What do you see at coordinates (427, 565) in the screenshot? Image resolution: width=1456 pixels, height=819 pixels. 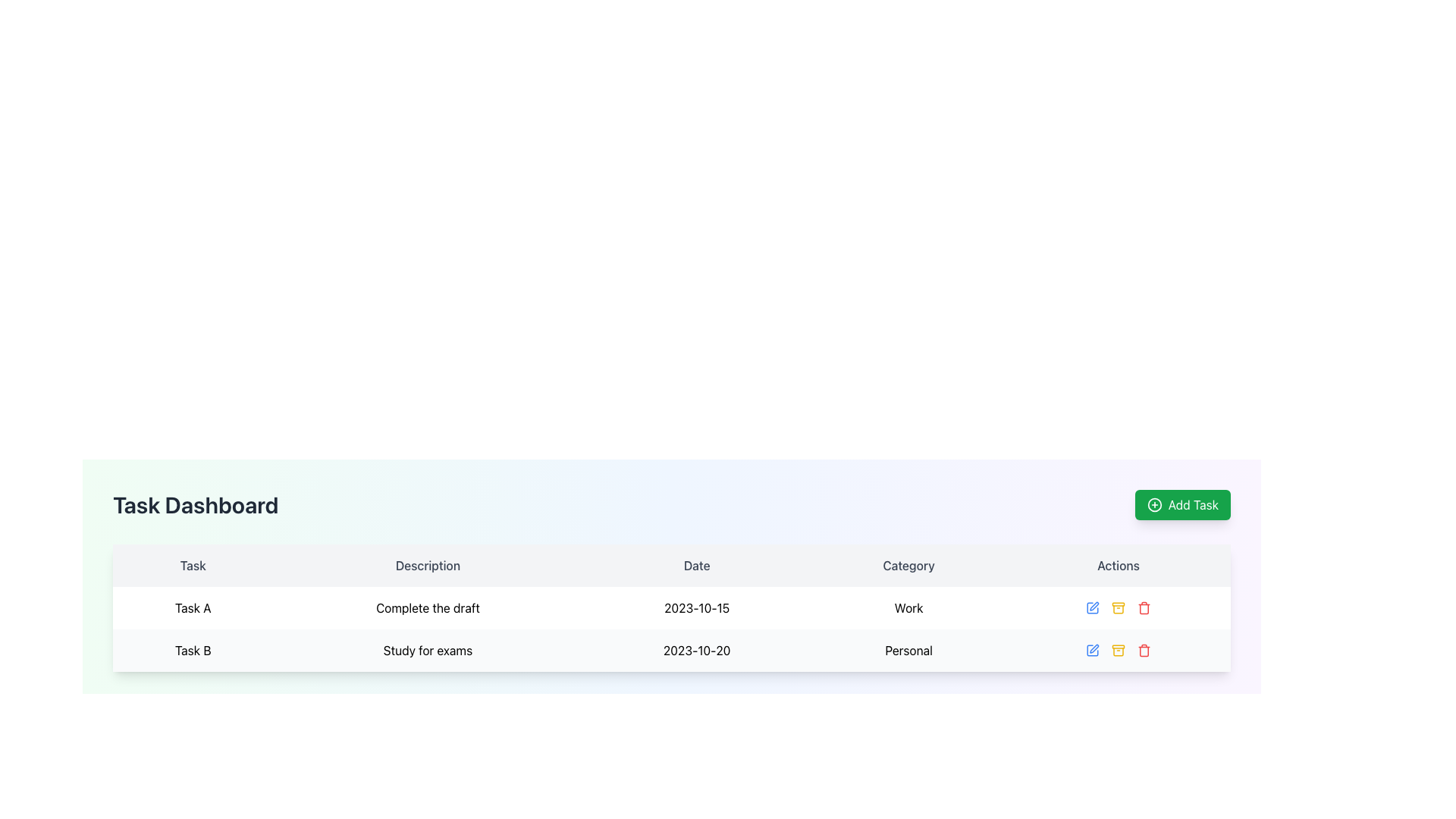 I see `the 'Description' text display element which is the second column header in the table layout, positioned between 'Task' and 'Date'` at bounding box center [427, 565].